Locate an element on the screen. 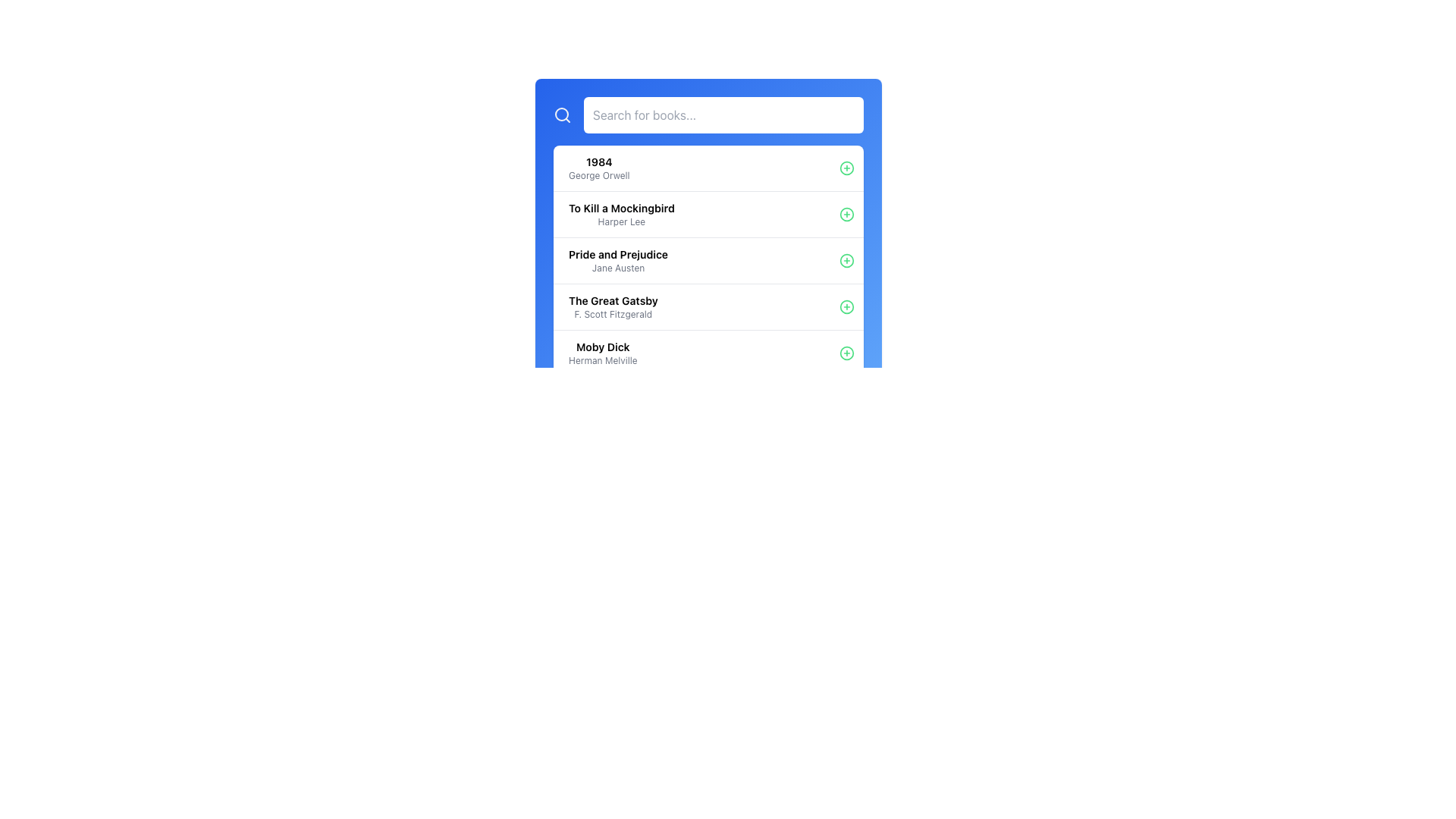  the Text Display element that describes a book item, located at the top of the list of book suggestions is located at coordinates (598, 168).